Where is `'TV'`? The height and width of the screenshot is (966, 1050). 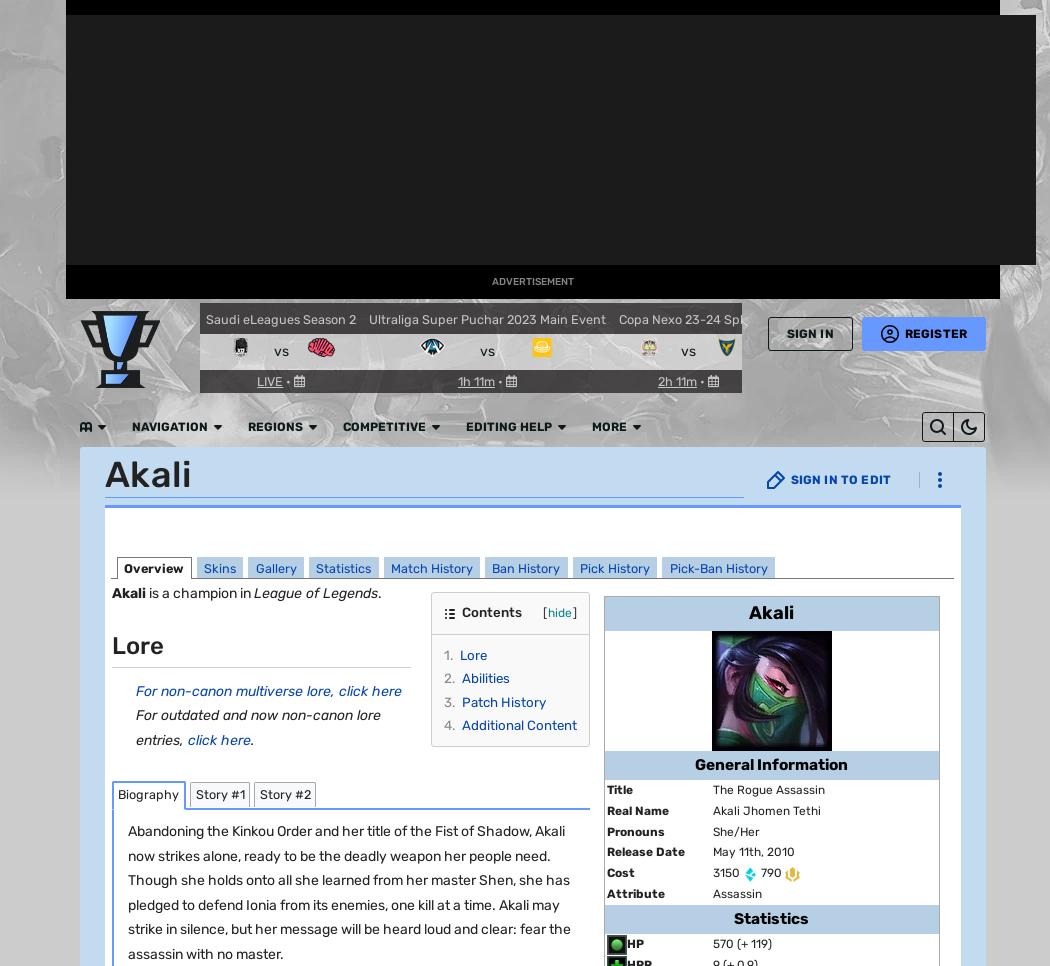 'TV' is located at coordinates (32, 499).